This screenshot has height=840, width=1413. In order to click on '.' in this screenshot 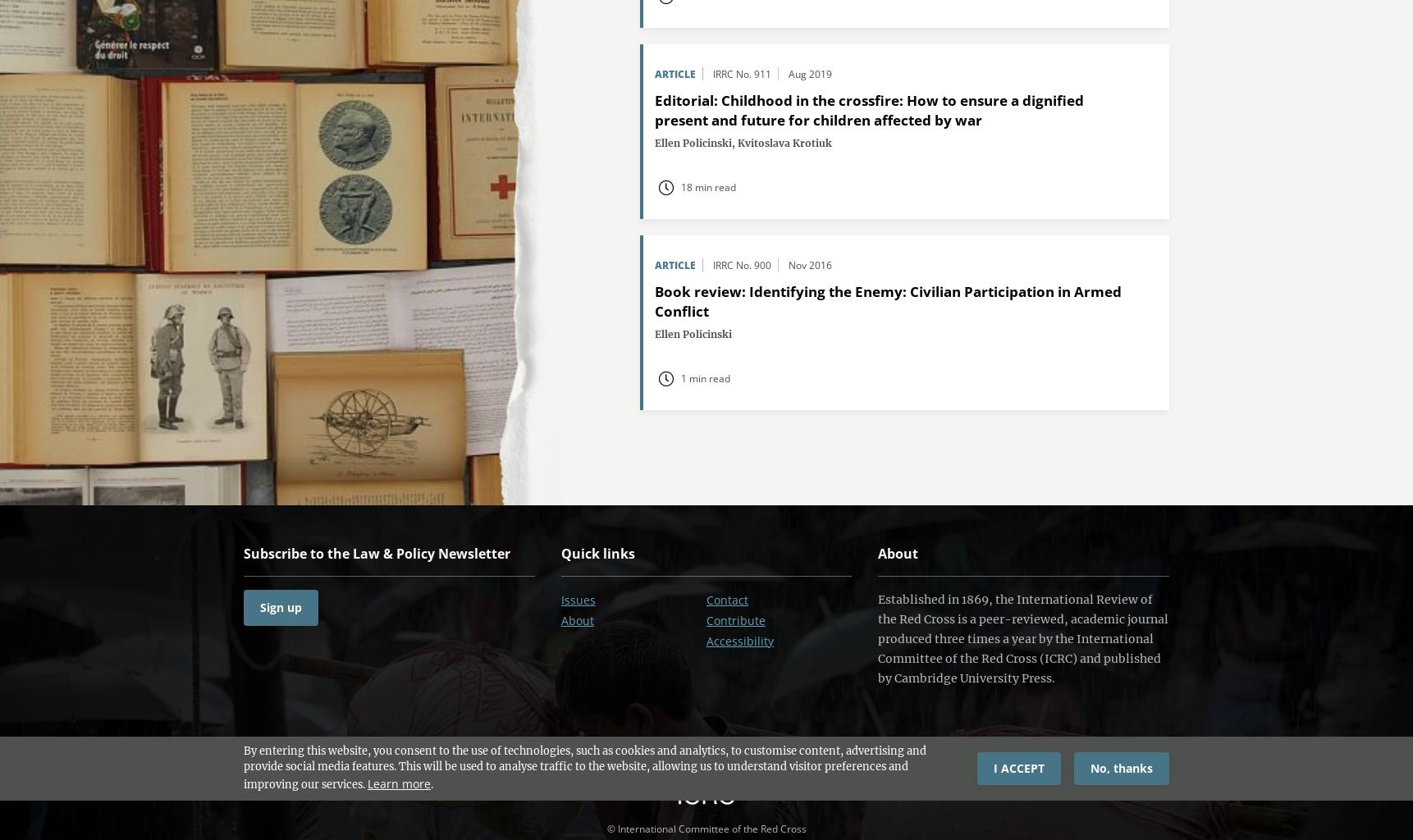, I will do `click(432, 784)`.